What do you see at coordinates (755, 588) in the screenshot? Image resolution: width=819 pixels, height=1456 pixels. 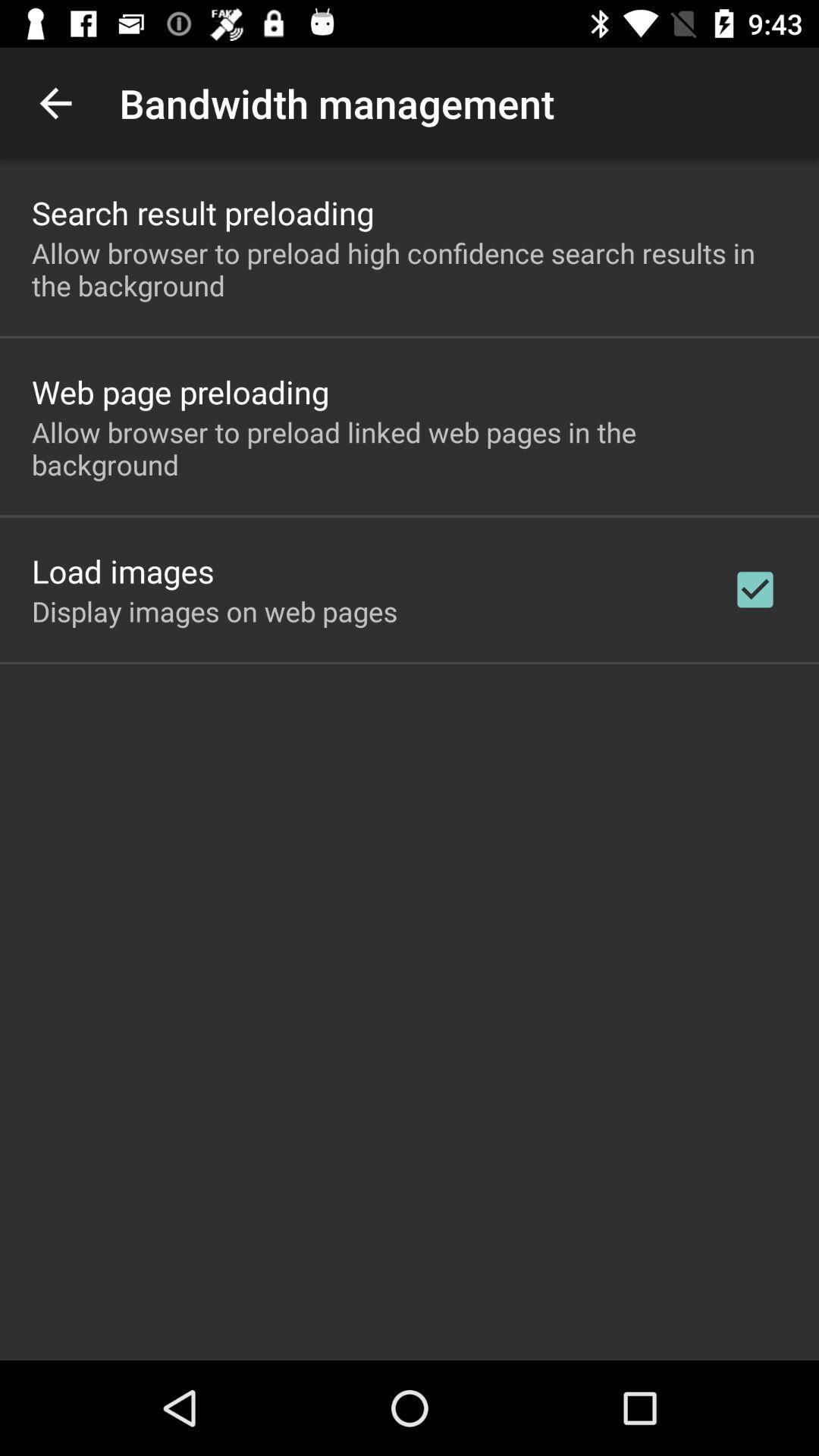 I see `the icon next to the display images on` at bounding box center [755, 588].